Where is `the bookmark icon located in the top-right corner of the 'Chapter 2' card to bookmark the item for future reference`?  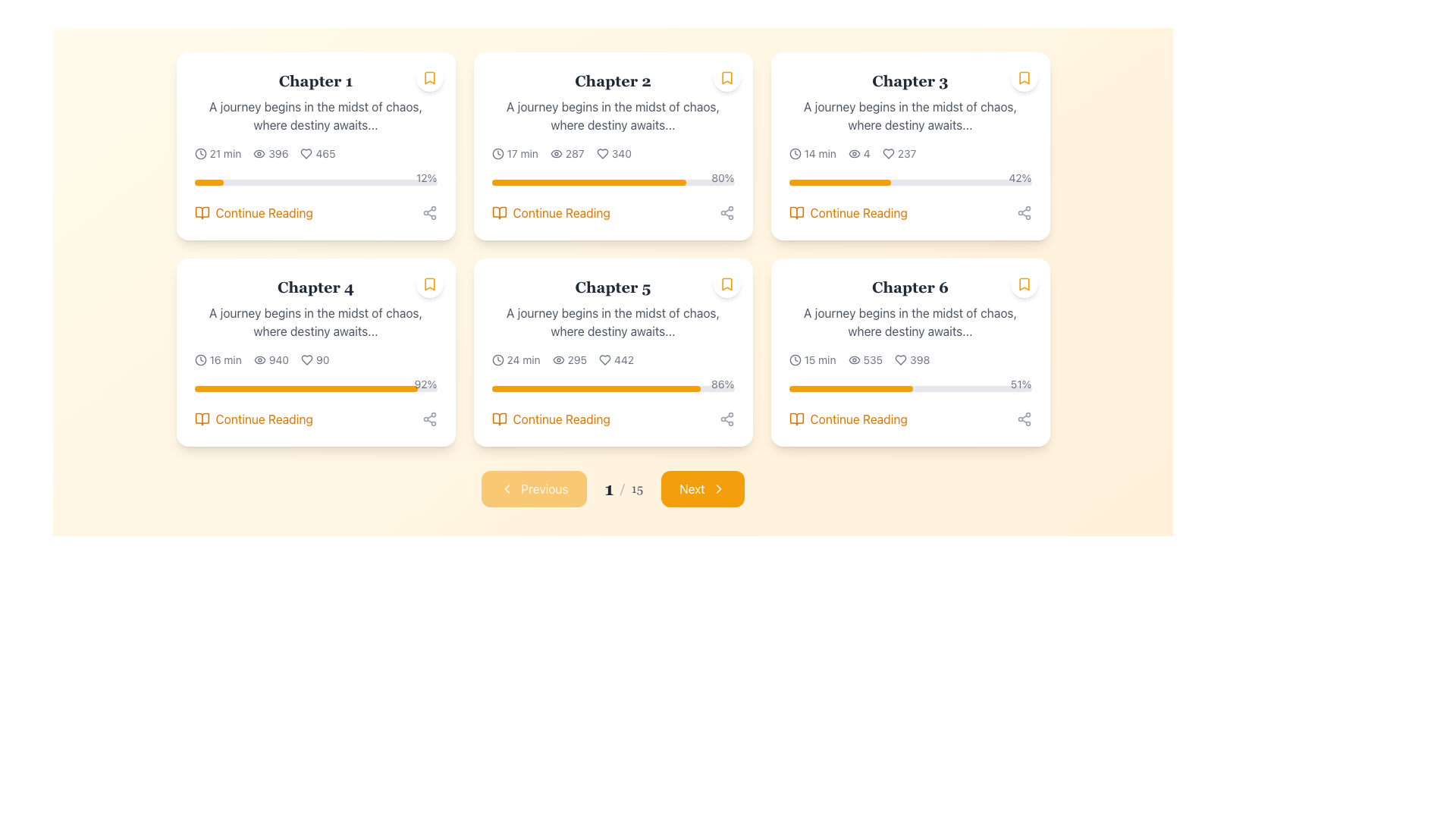
the bookmark icon located in the top-right corner of the 'Chapter 2' card to bookmark the item for future reference is located at coordinates (726, 78).